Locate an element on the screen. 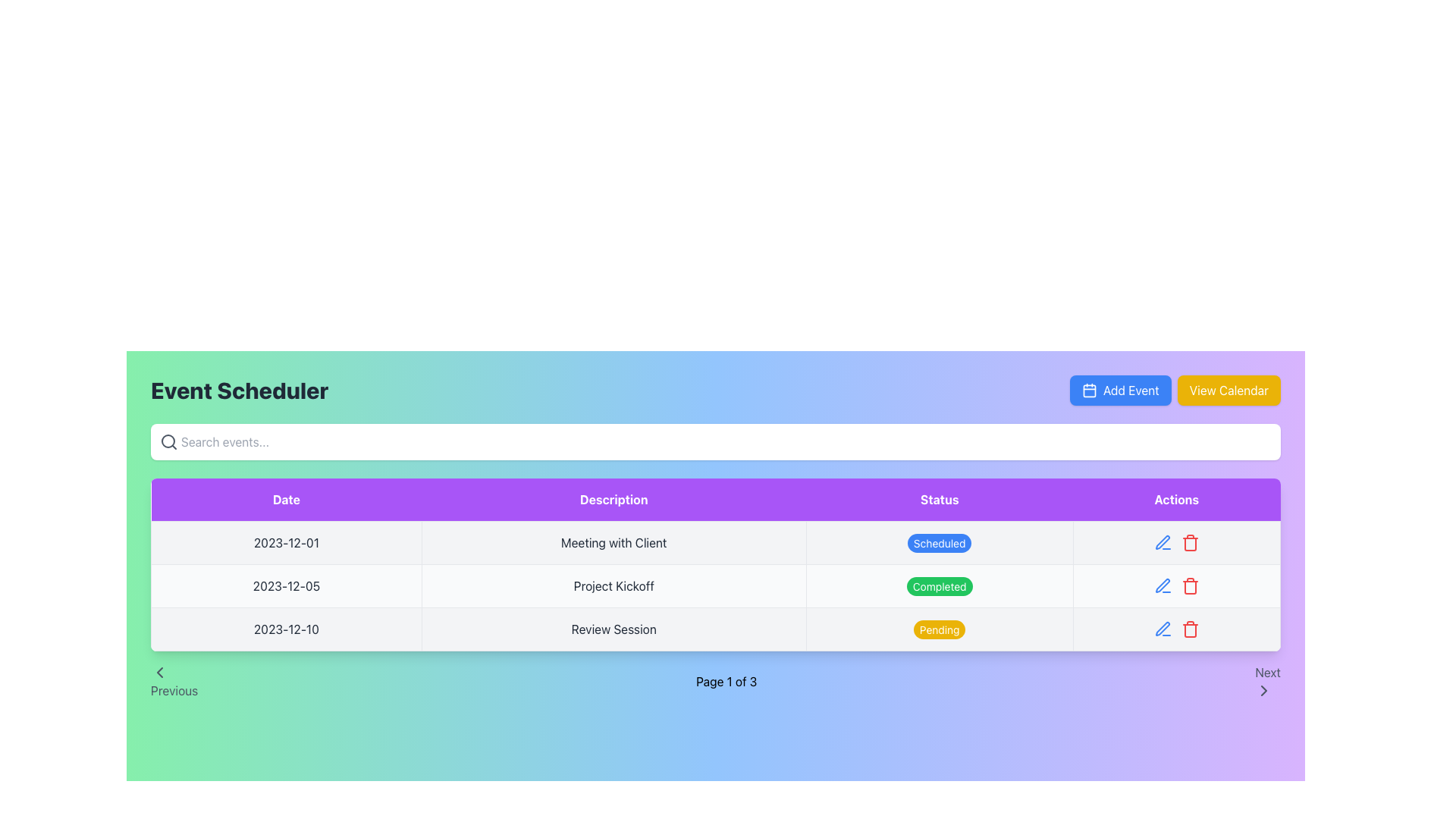 The height and width of the screenshot is (819, 1456). the third row in the table that displays a scheduled event entry, allowing users is located at coordinates (715, 629).